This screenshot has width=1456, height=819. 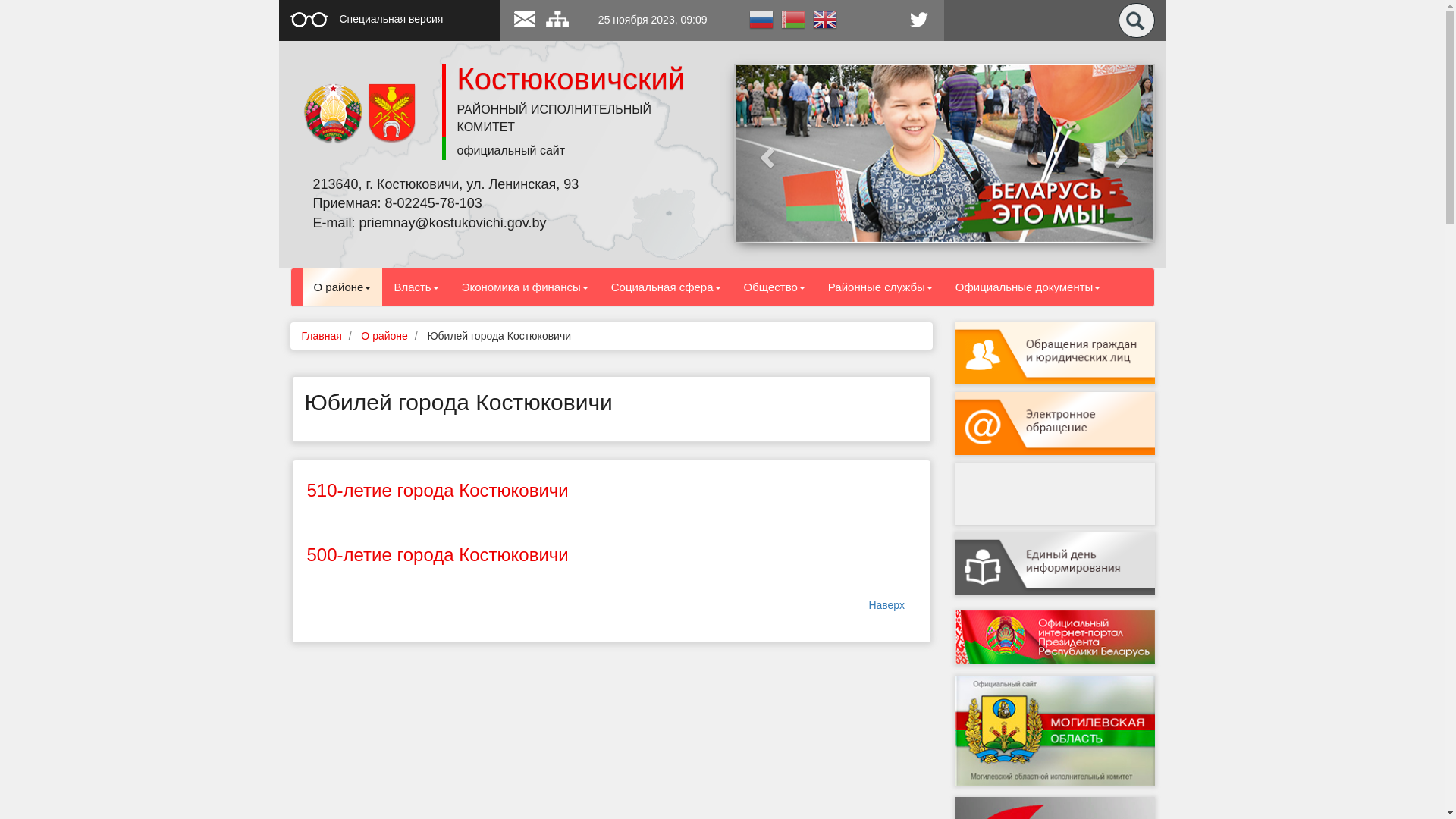 What do you see at coordinates (792, 18) in the screenshot?
I see `'Belarusian'` at bounding box center [792, 18].